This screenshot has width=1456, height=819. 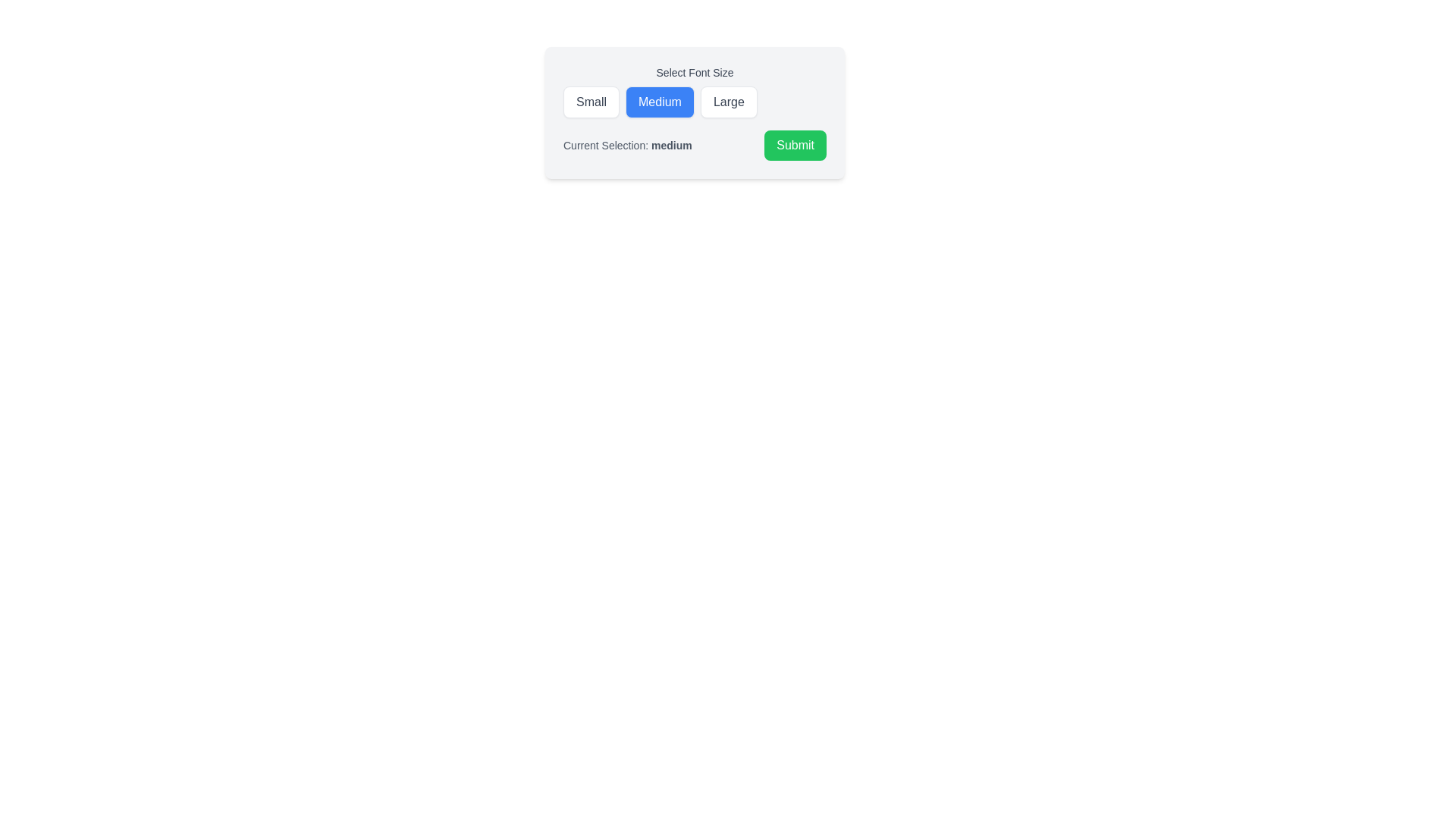 What do you see at coordinates (660, 102) in the screenshot?
I see `the button labeled 'Medium', which has a blue background and white text` at bounding box center [660, 102].